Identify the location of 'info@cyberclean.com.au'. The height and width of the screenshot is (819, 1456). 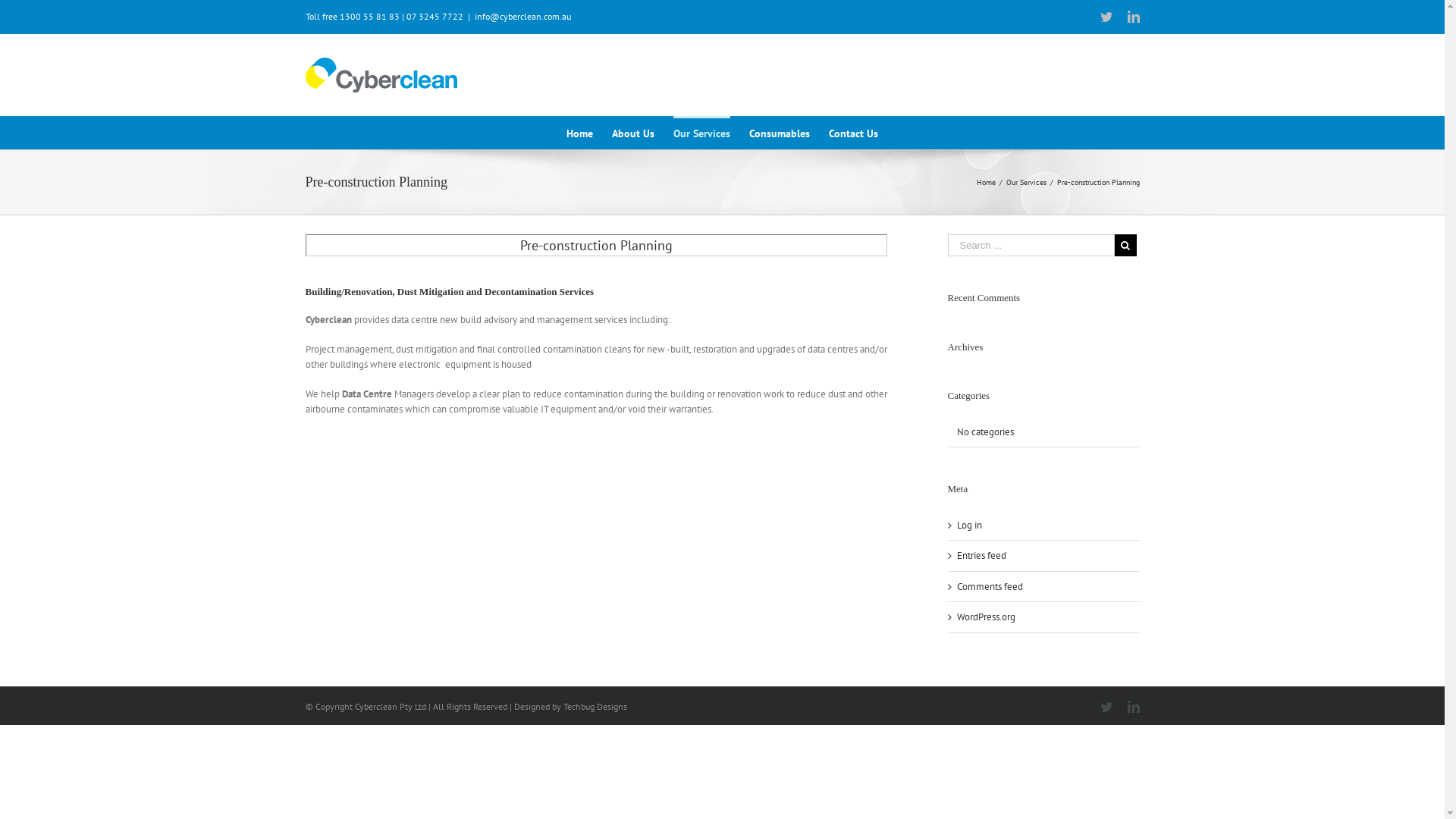
(522, 16).